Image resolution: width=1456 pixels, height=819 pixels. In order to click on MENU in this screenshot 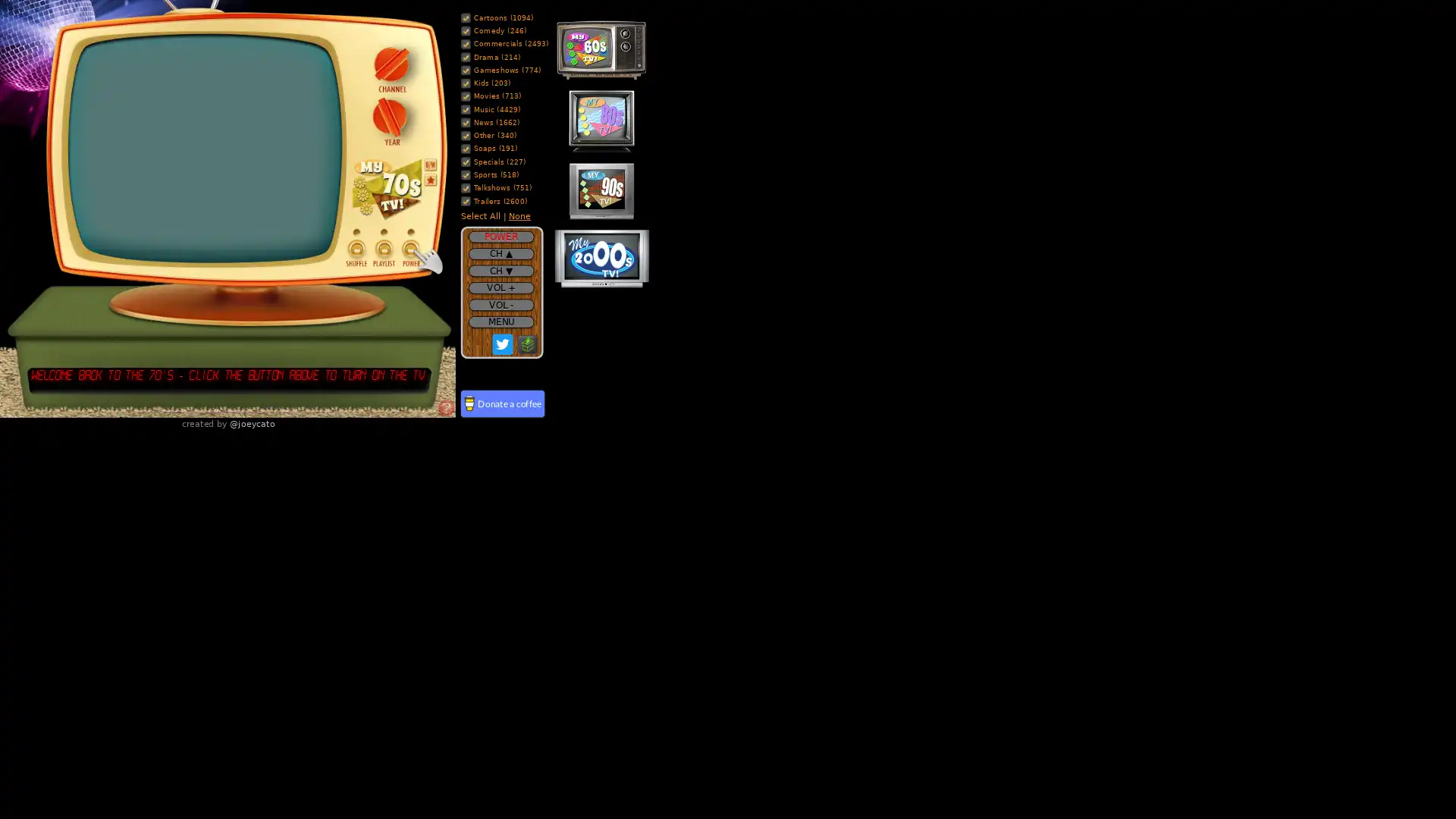, I will do `click(501, 321)`.